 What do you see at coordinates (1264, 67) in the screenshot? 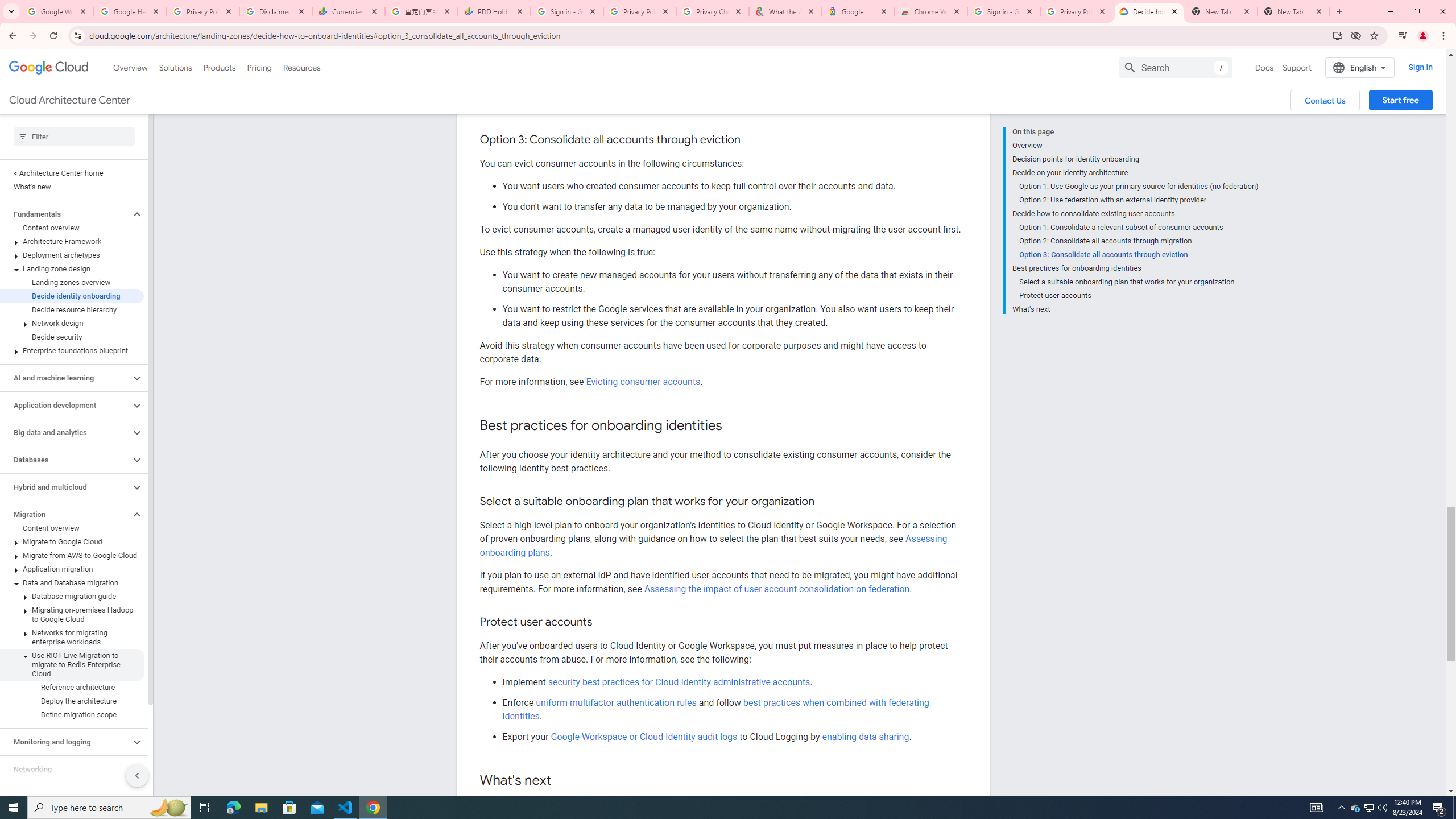
I see `'Docs, selected'` at bounding box center [1264, 67].